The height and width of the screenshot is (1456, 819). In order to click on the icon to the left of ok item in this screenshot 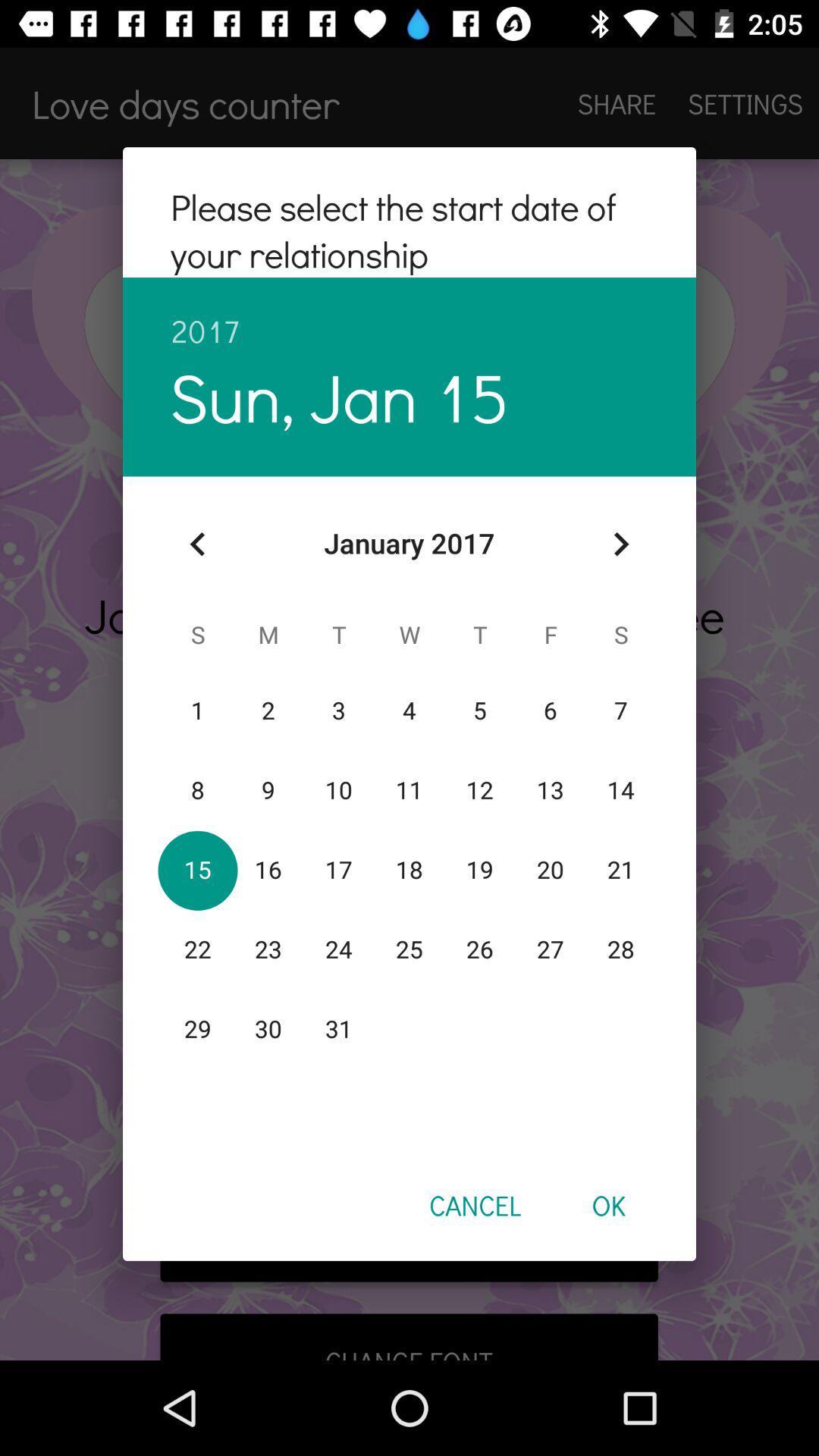, I will do `click(474, 1204)`.